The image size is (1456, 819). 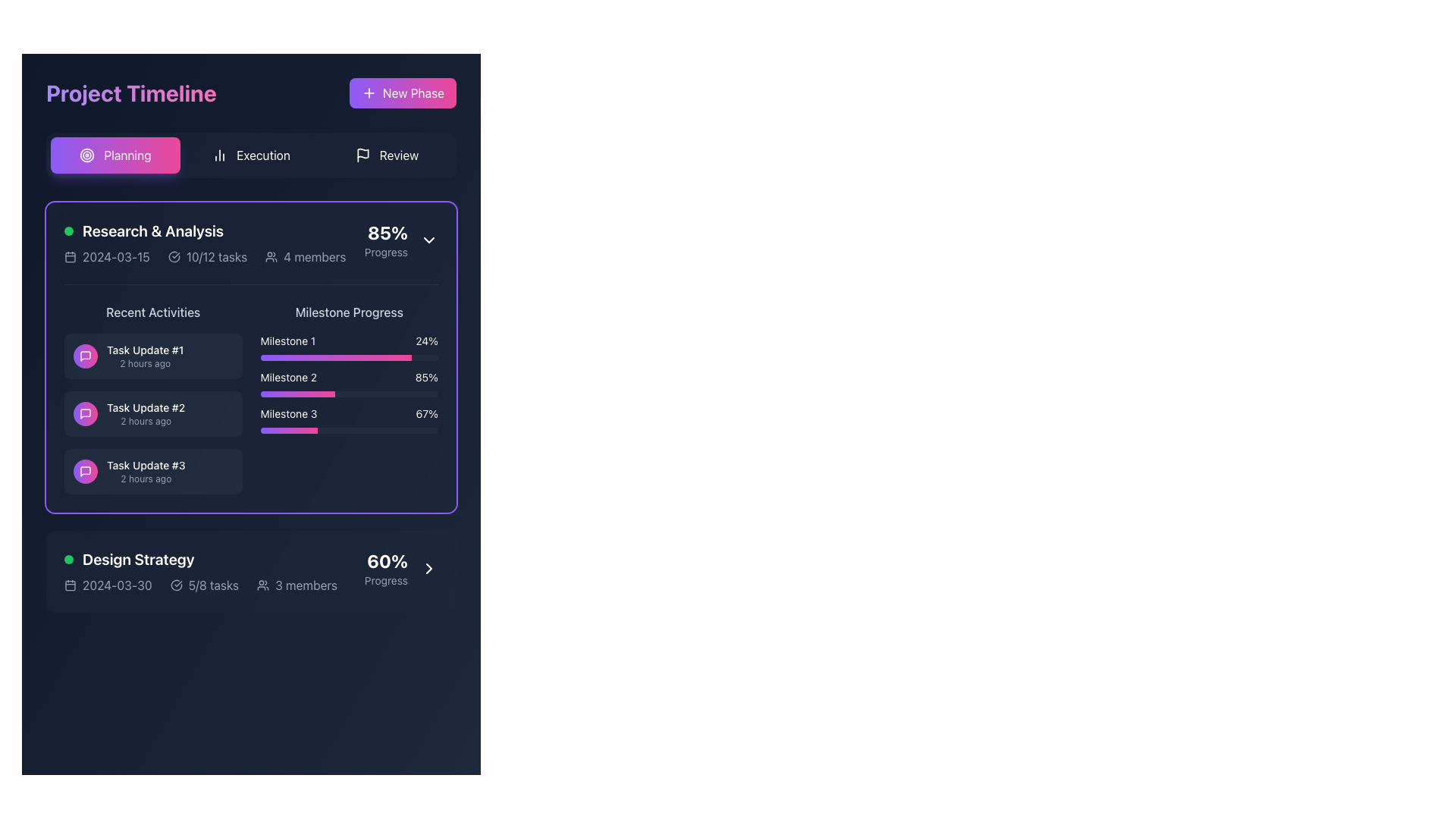 What do you see at coordinates (145, 363) in the screenshot?
I see `the informational label indicating the timestamp of an activity update, located beneath 'Task Update #1' in the 'Recent Activities' list within the 'Research & Analysis' section` at bounding box center [145, 363].